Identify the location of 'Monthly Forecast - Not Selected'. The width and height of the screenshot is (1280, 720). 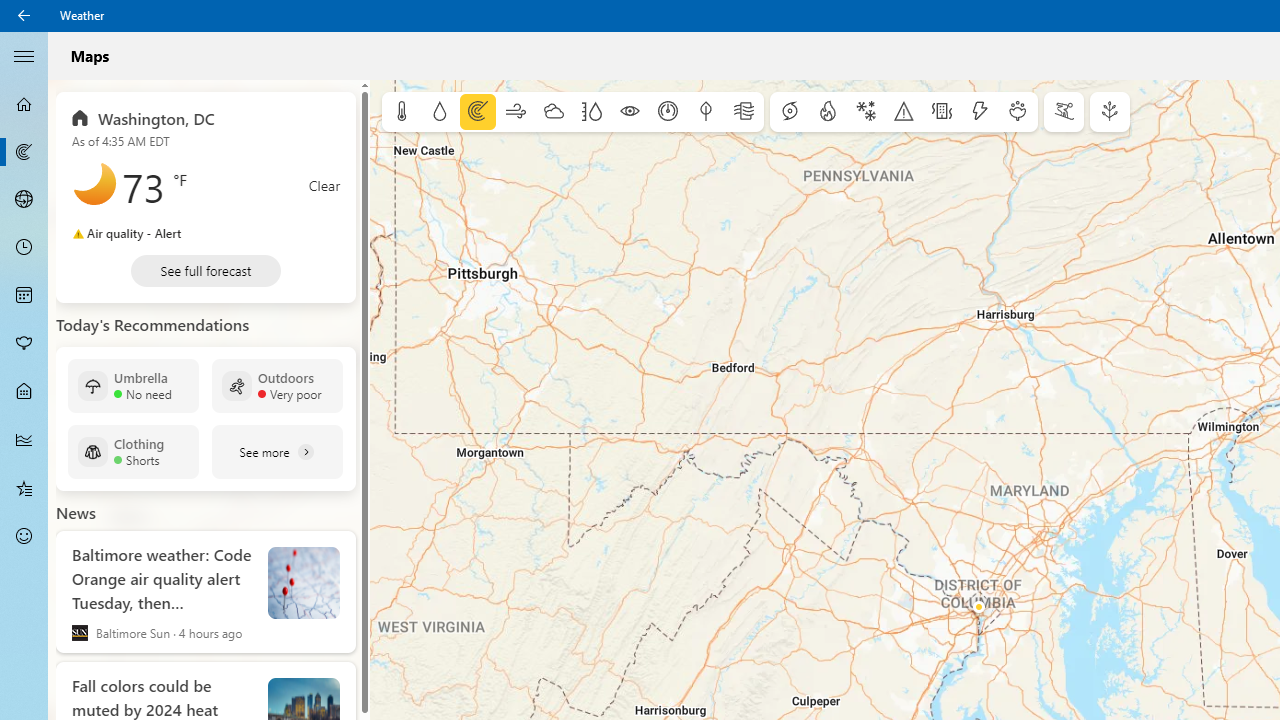
(24, 295).